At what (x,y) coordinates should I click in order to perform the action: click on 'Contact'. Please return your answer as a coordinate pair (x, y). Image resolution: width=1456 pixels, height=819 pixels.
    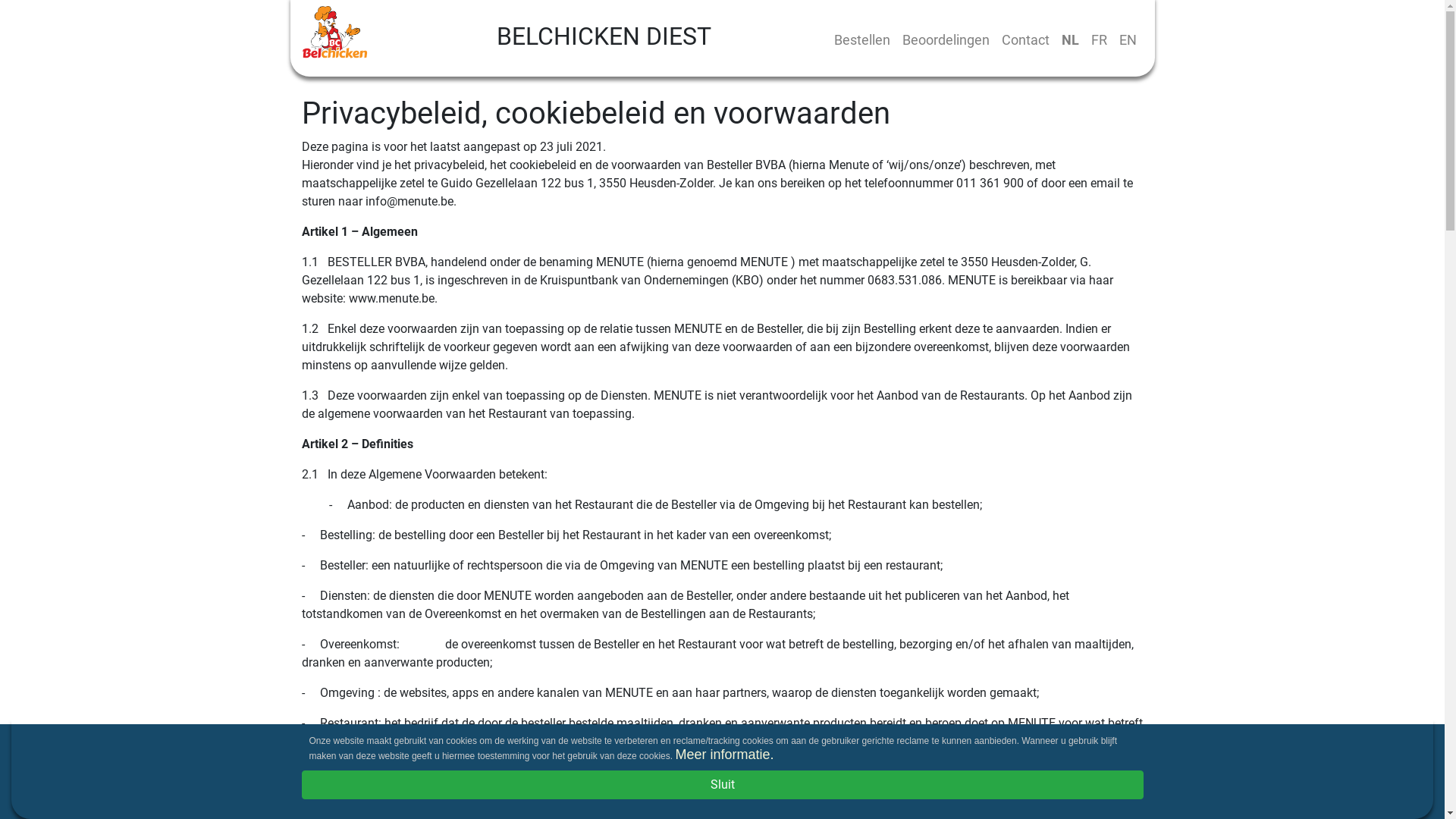
    Looking at the image, I should click on (1025, 39).